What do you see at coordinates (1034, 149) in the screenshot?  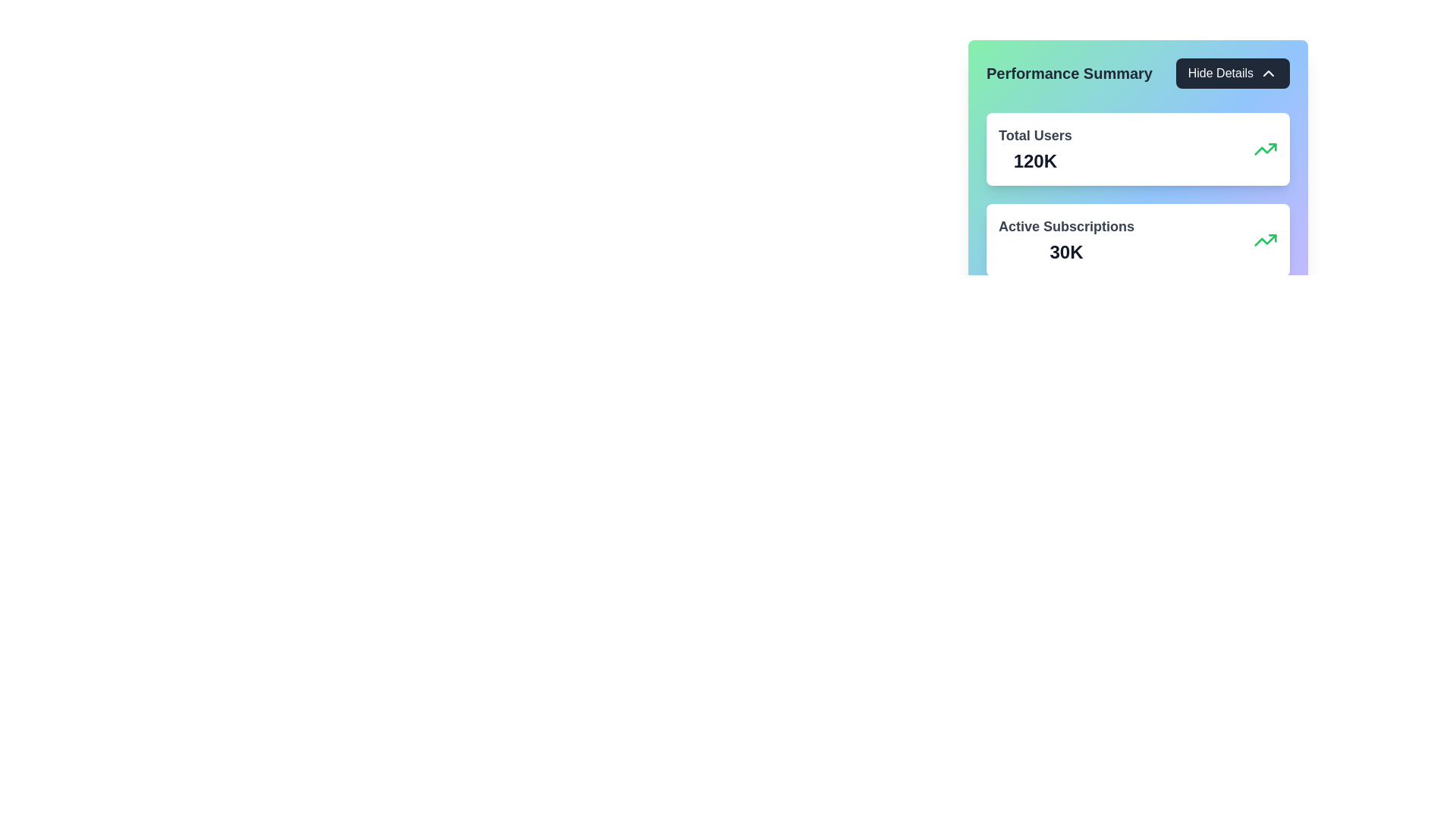 I see `the 'Total Users' text display element which shows the figure '120K' inside a card with a white background, located at the top left of the performance summary dashboard` at bounding box center [1034, 149].